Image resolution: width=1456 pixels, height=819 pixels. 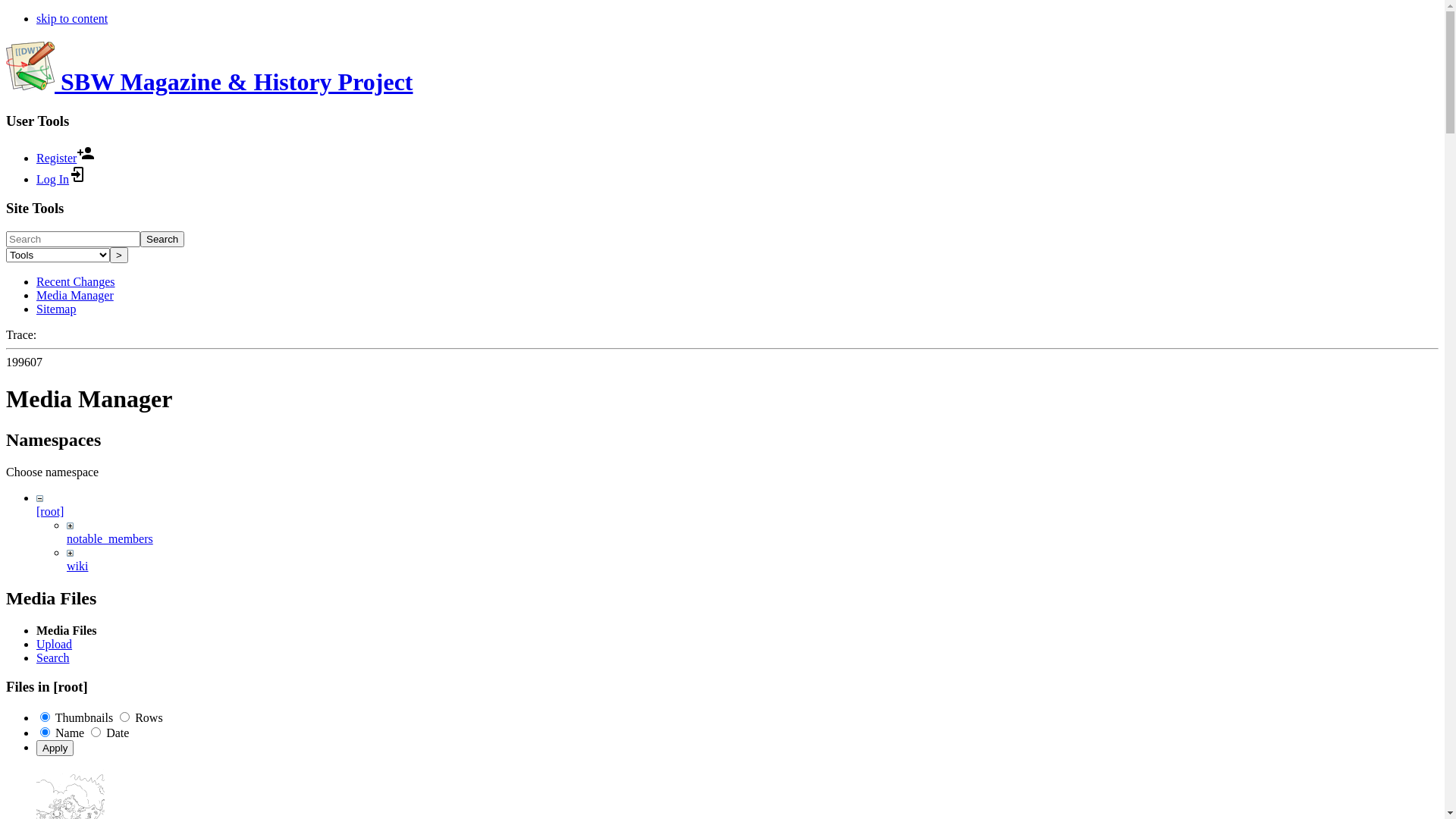 I want to click on 'Media Manager', so click(x=74, y=295).